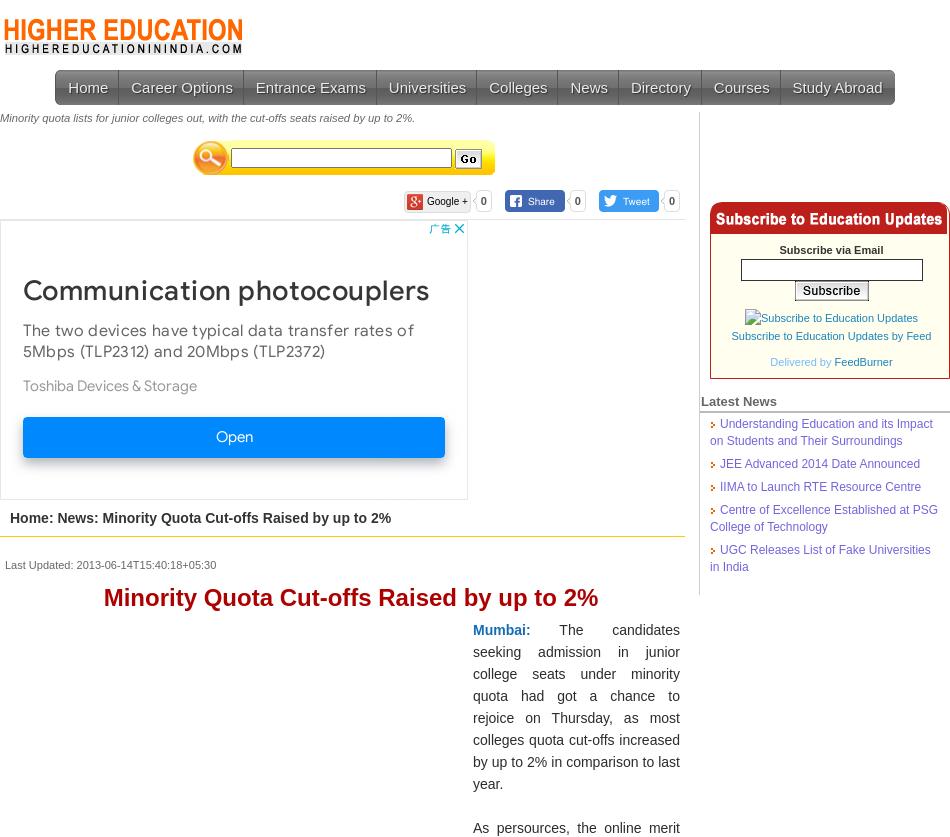 The height and width of the screenshot is (837, 950). Describe the element at coordinates (819, 558) in the screenshot. I see `'UGC Releases List of Fake Universities in India'` at that location.